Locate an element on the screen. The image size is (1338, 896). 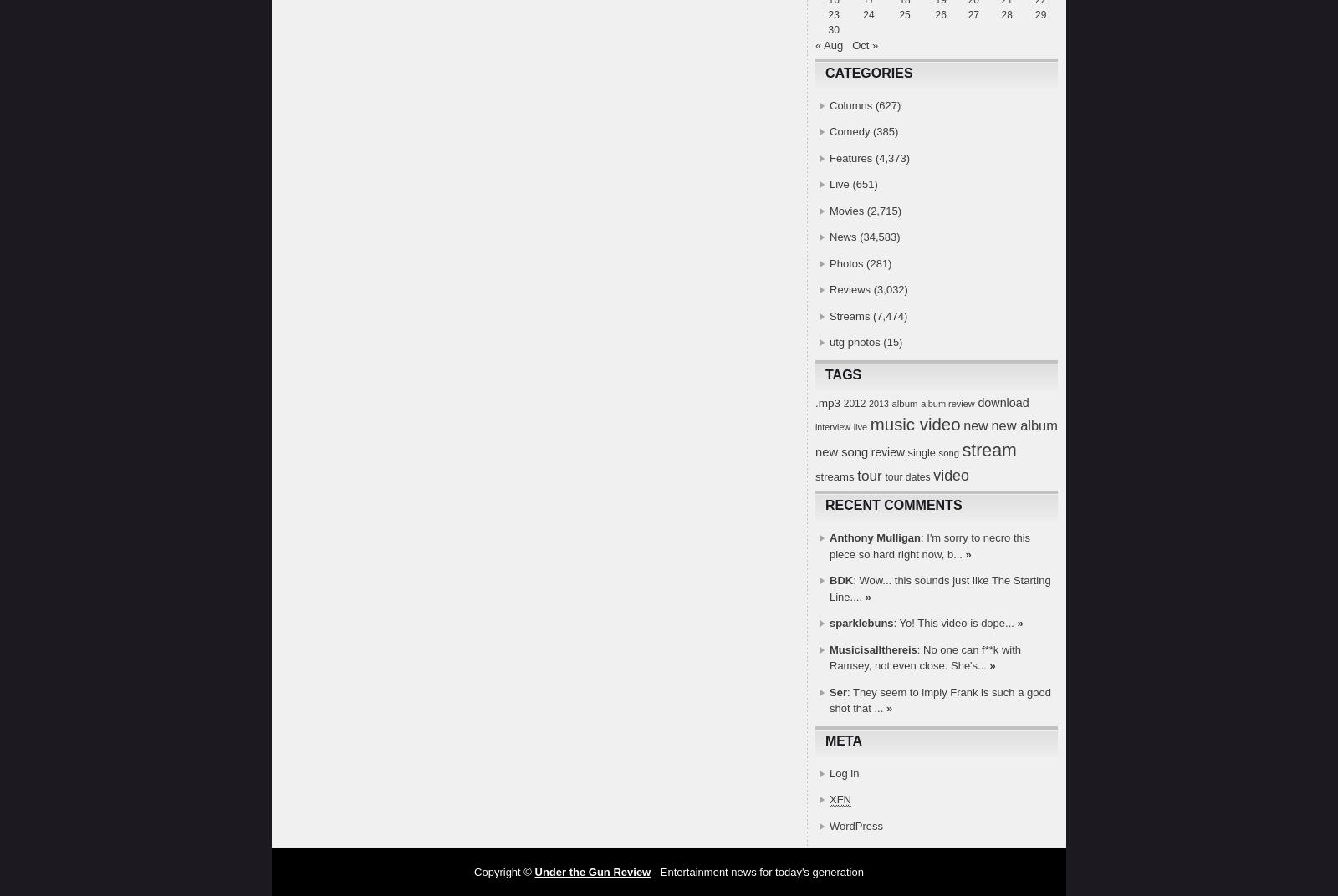
'24' is located at coordinates (868, 14).